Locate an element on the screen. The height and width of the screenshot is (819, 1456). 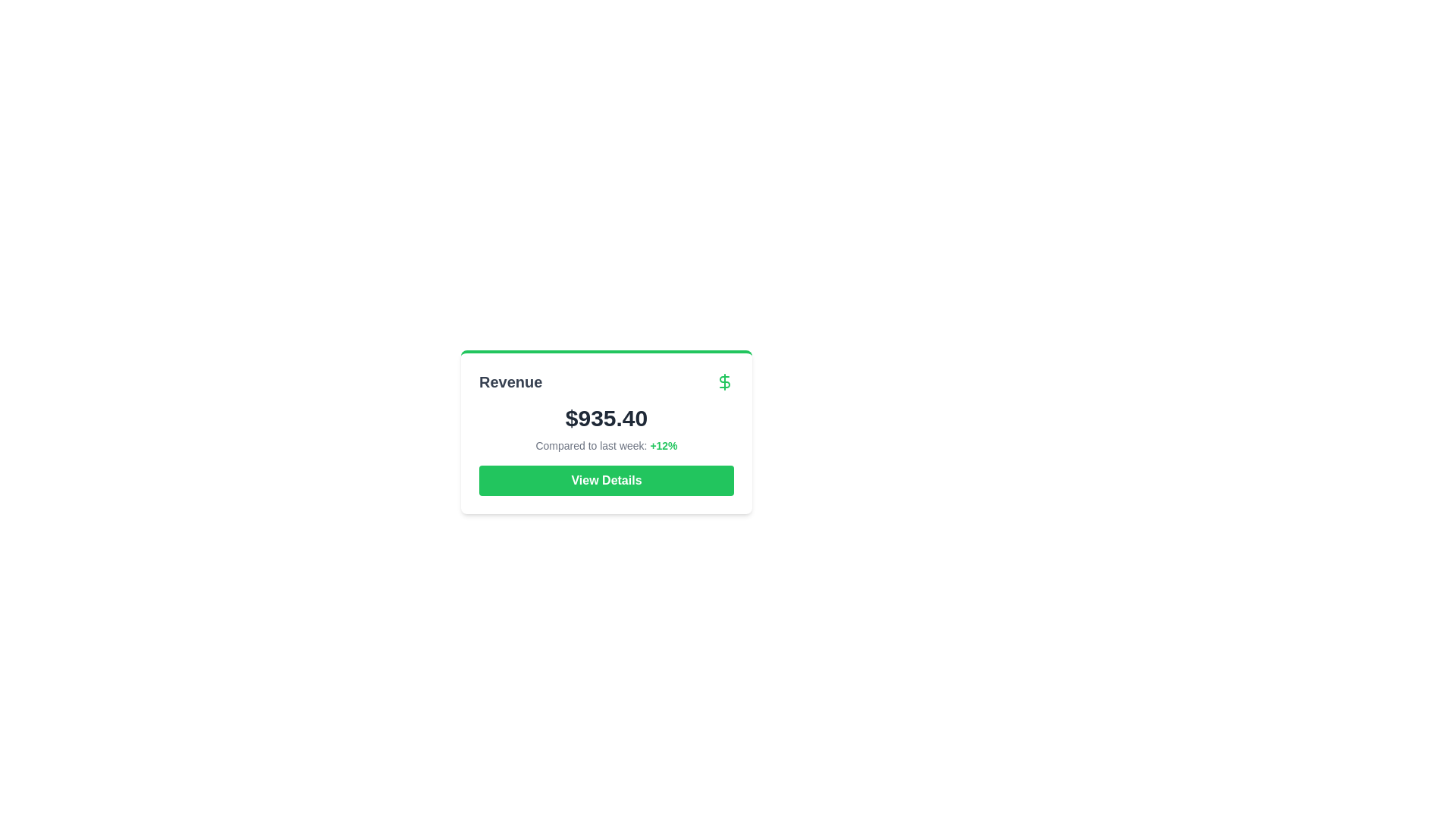
the green button labeled 'View Details' located at the bottom of the 'Revenue' card is located at coordinates (607, 480).